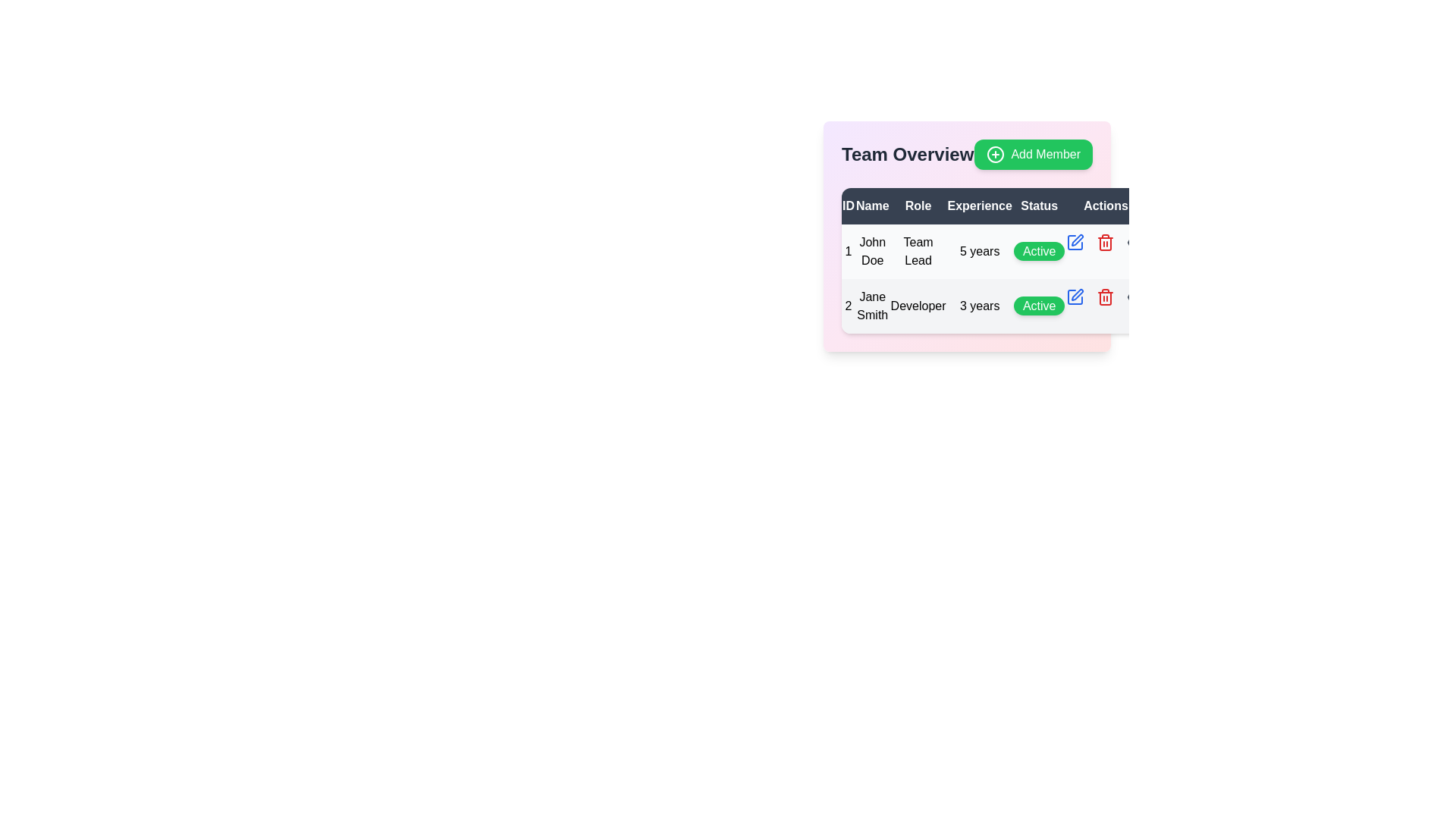  What do you see at coordinates (872, 250) in the screenshot?
I see `the text element displaying the name of a person in the team overview table, located in the 'Name' column of the first row, between ID '1' and the role 'Team Lead'` at bounding box center [872, 250].